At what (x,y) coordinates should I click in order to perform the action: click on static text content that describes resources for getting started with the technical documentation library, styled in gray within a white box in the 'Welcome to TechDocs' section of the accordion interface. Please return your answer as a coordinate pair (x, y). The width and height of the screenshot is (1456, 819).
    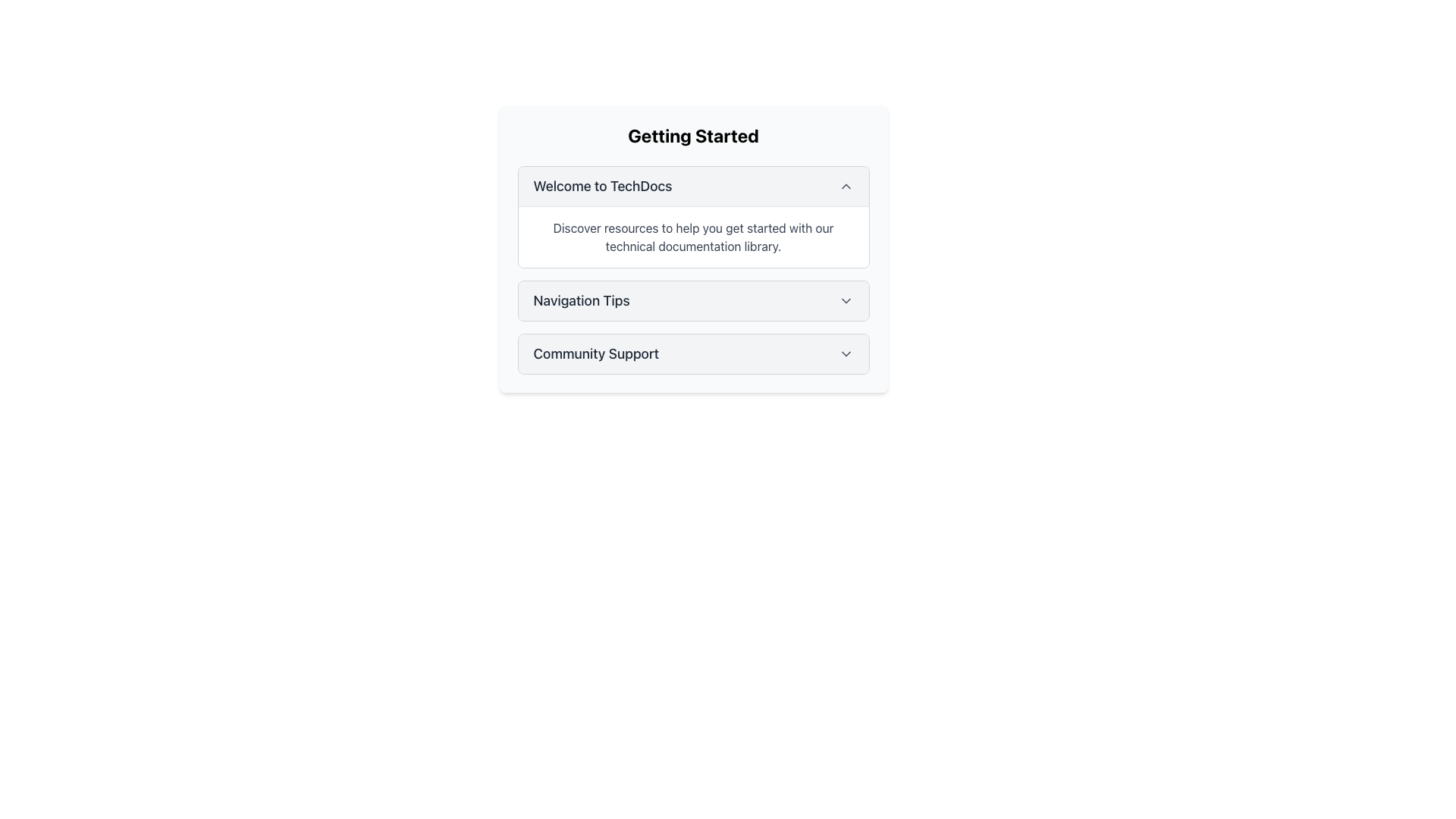
    Looking at the image, I should click on (692, 237).